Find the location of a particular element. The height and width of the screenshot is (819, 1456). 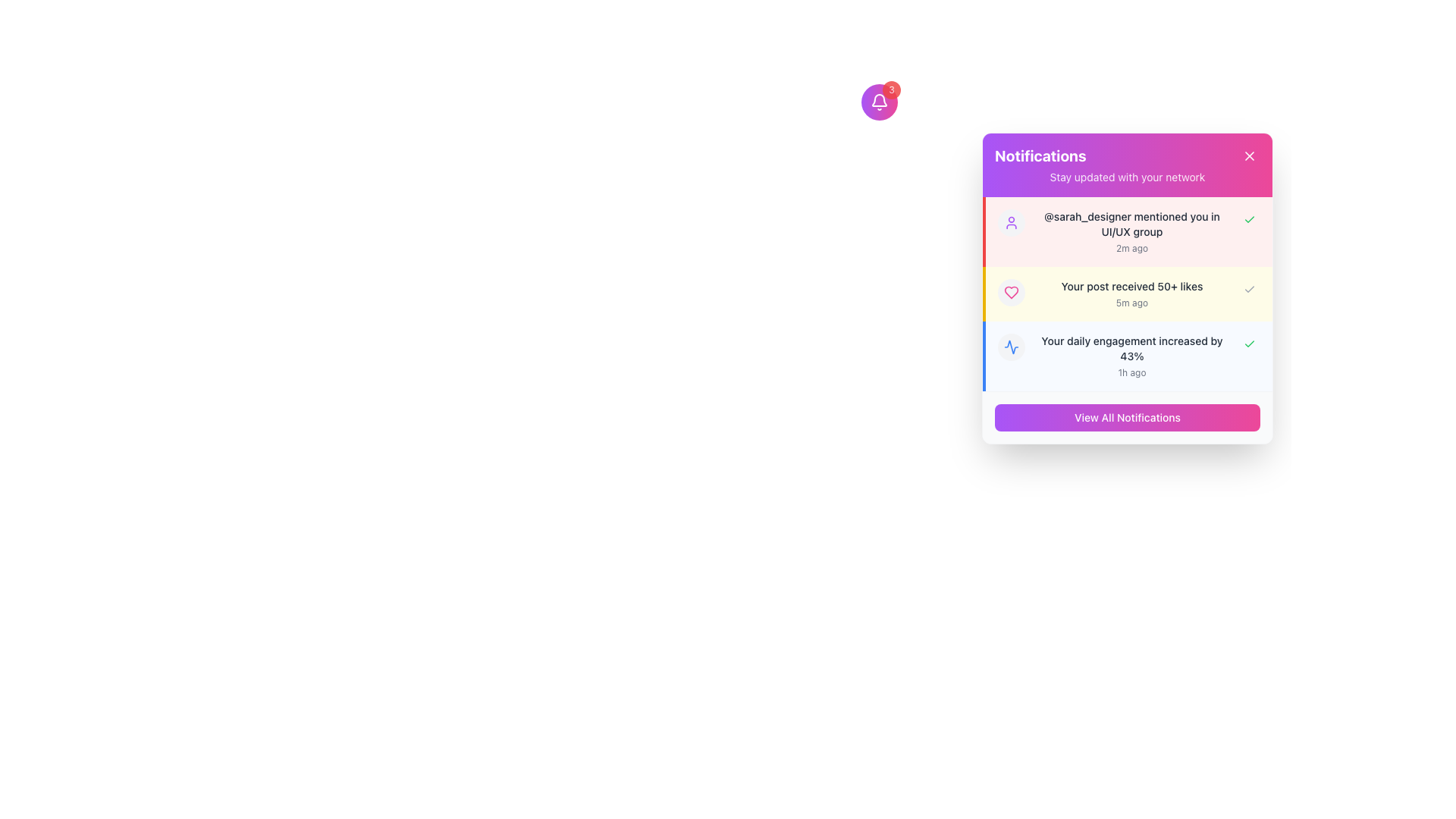

the completion indicator icon located in the lower-right area of the notifications panel, which signifies successful acknowledgment of a notification entry is located at coordinates (1012, 347).